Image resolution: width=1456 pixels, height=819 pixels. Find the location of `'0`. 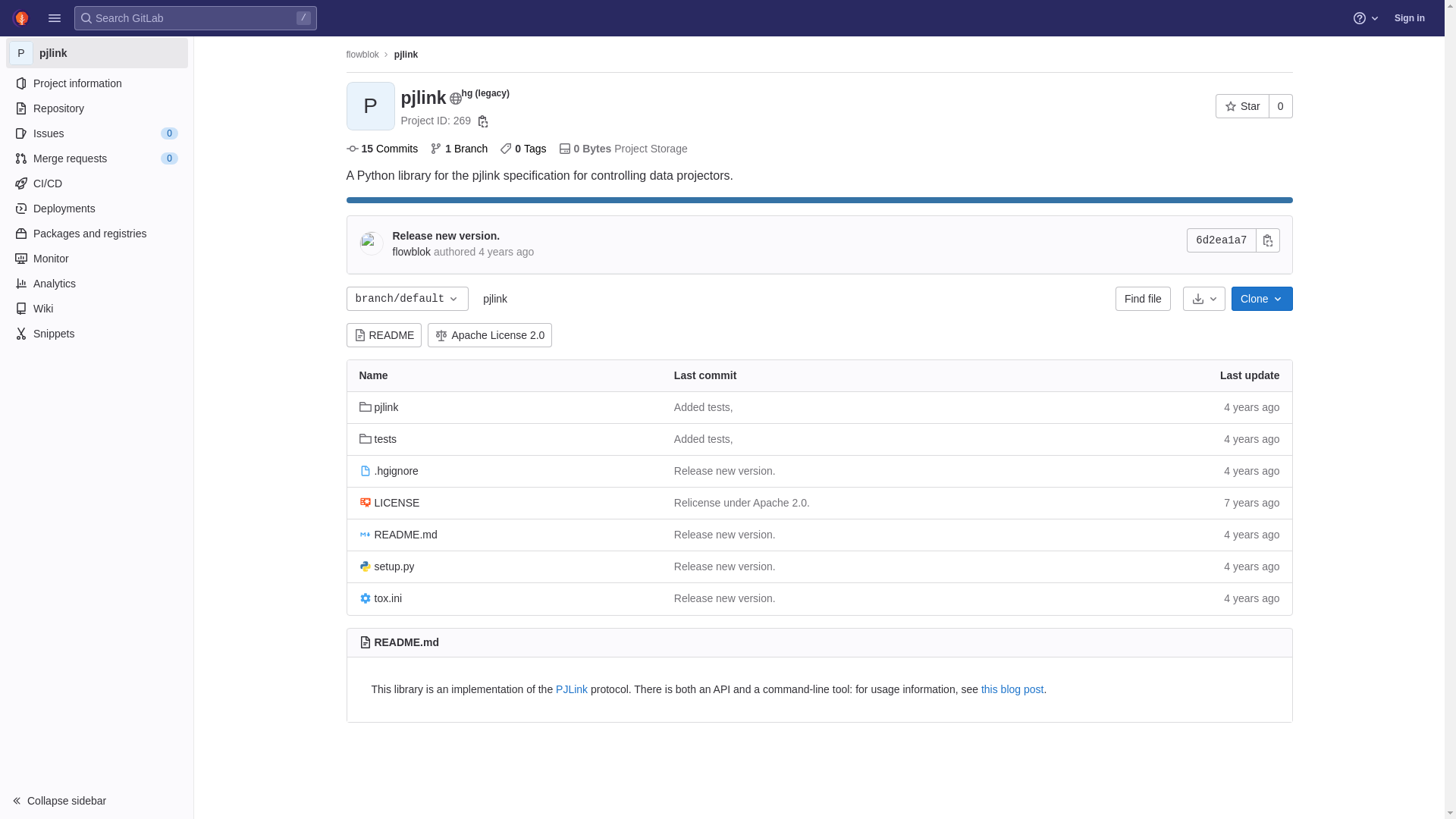

'0 is located at coordinates (522, 149).